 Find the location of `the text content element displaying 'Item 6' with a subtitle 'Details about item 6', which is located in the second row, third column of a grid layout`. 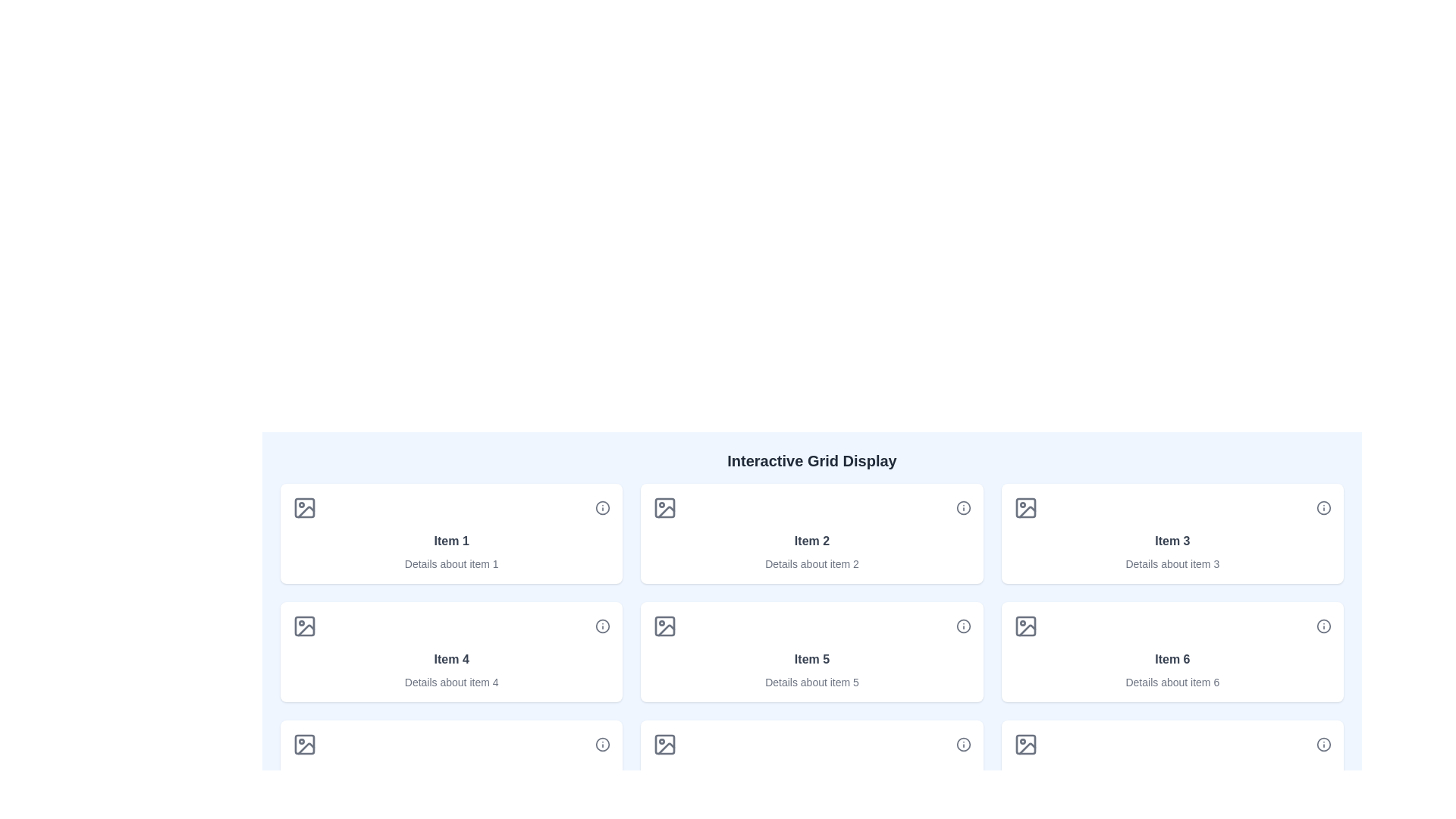

the text content element displaying 'Item 6' with a subtitle 'Details about item 6', which is located in the second row, third column of a grid layout is located at coordinates (1172, 669).